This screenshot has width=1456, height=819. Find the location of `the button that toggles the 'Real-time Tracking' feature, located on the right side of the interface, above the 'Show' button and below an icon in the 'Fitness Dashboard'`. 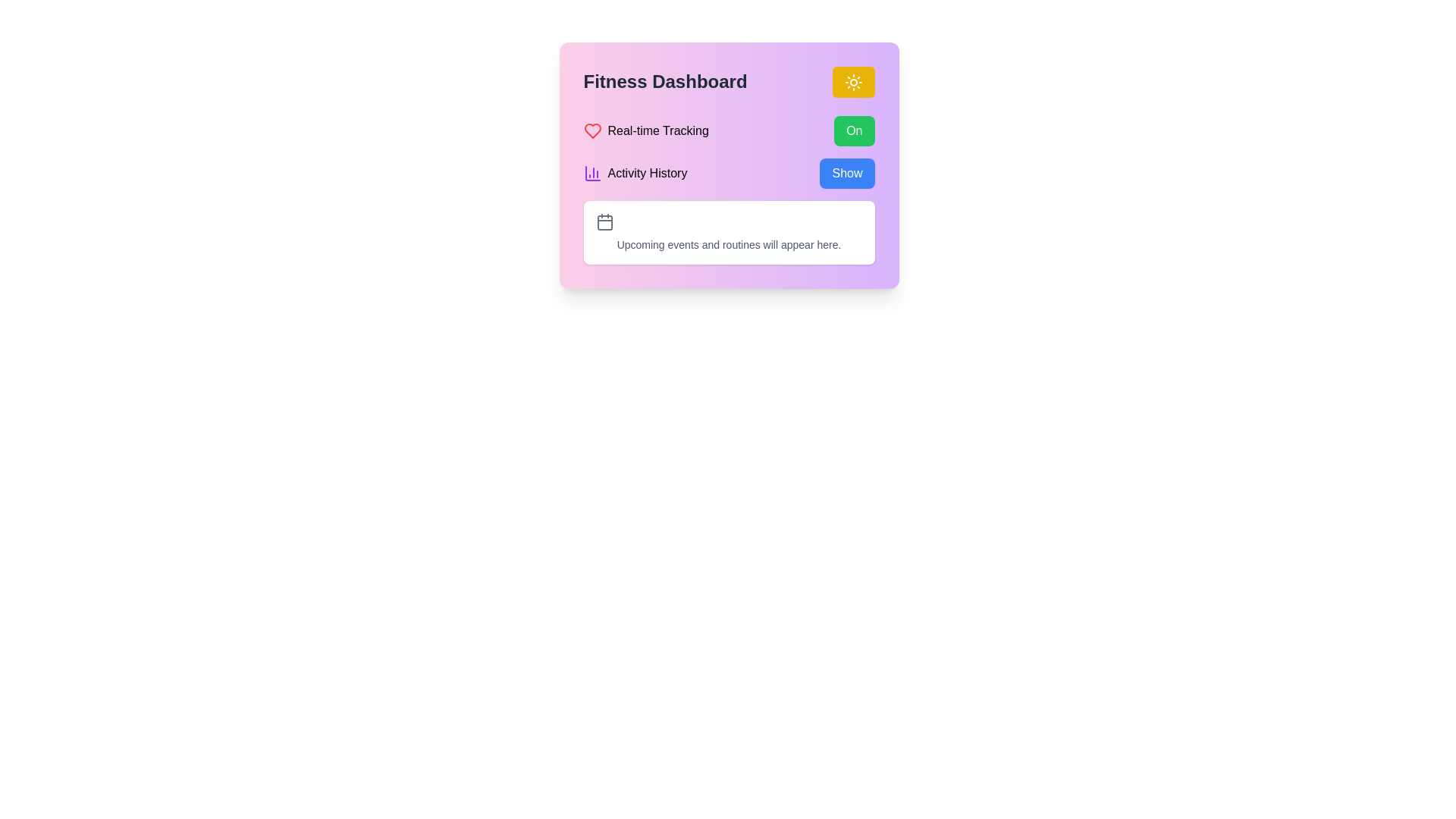

the button that toggles the 'Real-time Tracking' feature, located on the right side of the interface, above the 'Show' button and below an icon in the 'Fitness Dashboard' is located at coordinates (854, 130).